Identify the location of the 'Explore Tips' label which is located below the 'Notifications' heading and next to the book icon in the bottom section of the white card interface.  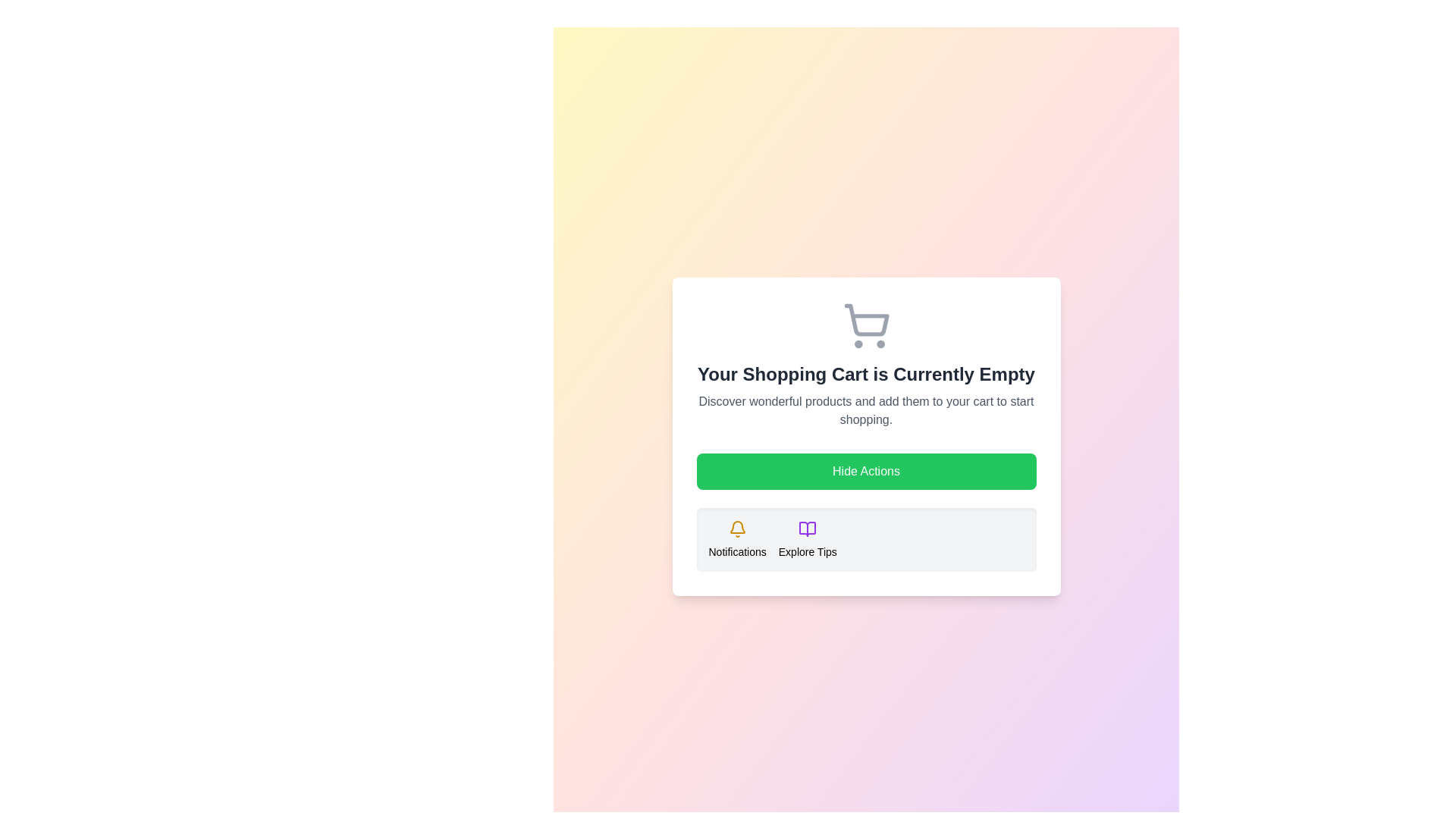
(807, 552).